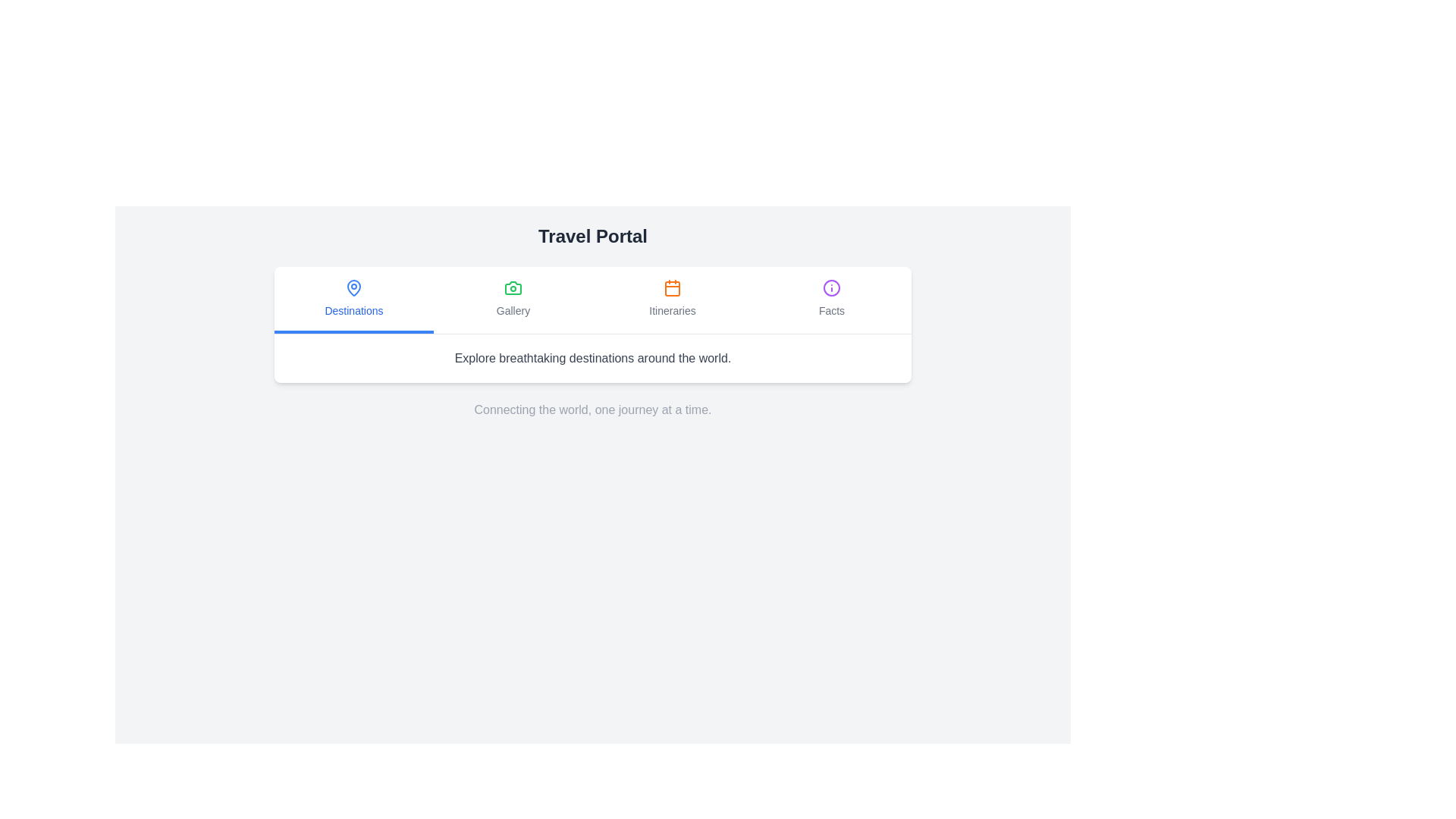 Image resolution: width=1456 pixels, height=819 pixels. I want to click on the button labeled 'Itineraries' with a calendar icon, so click(672, 300).